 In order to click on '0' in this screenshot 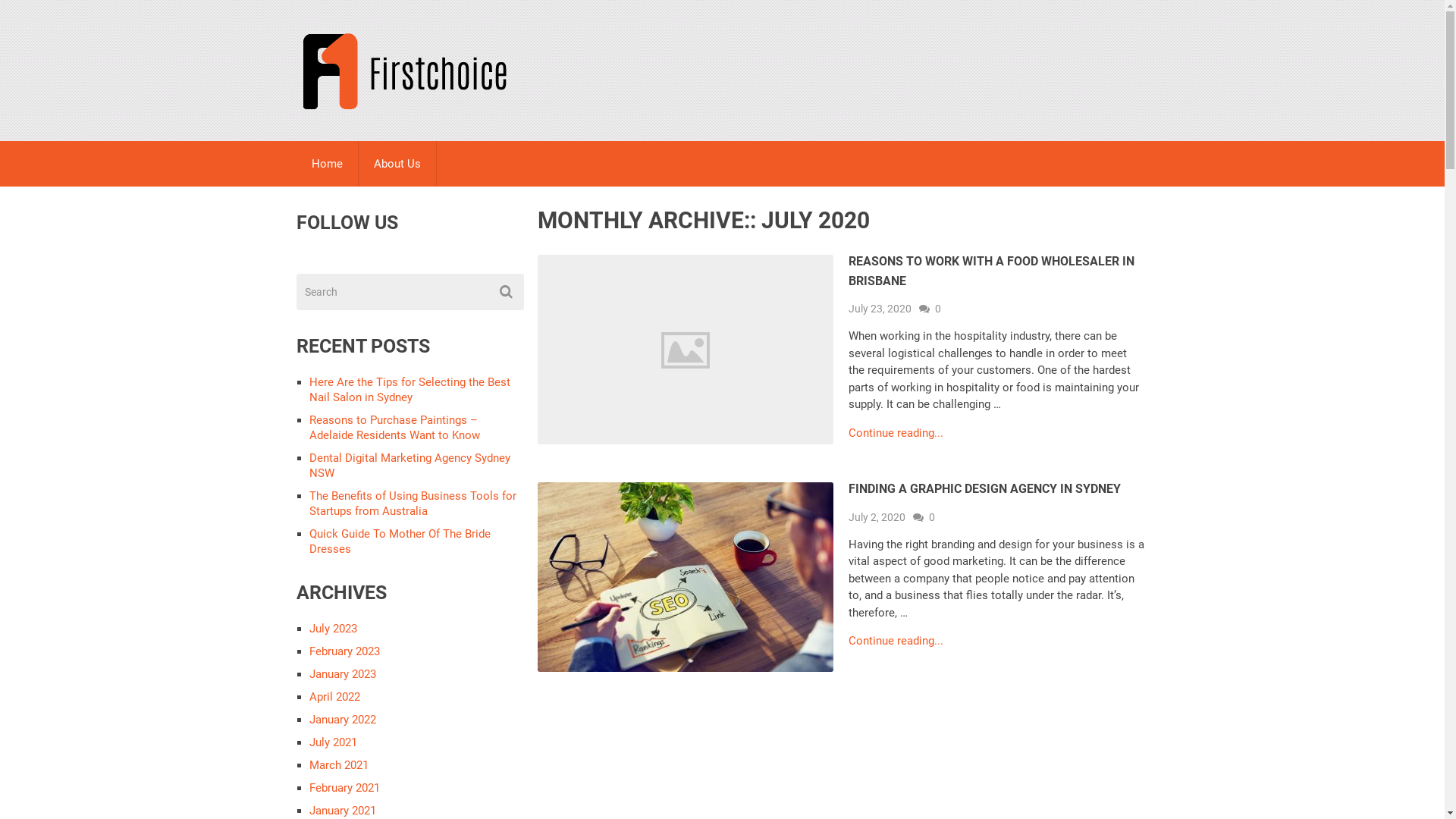, I will do `click(930, 308)`.